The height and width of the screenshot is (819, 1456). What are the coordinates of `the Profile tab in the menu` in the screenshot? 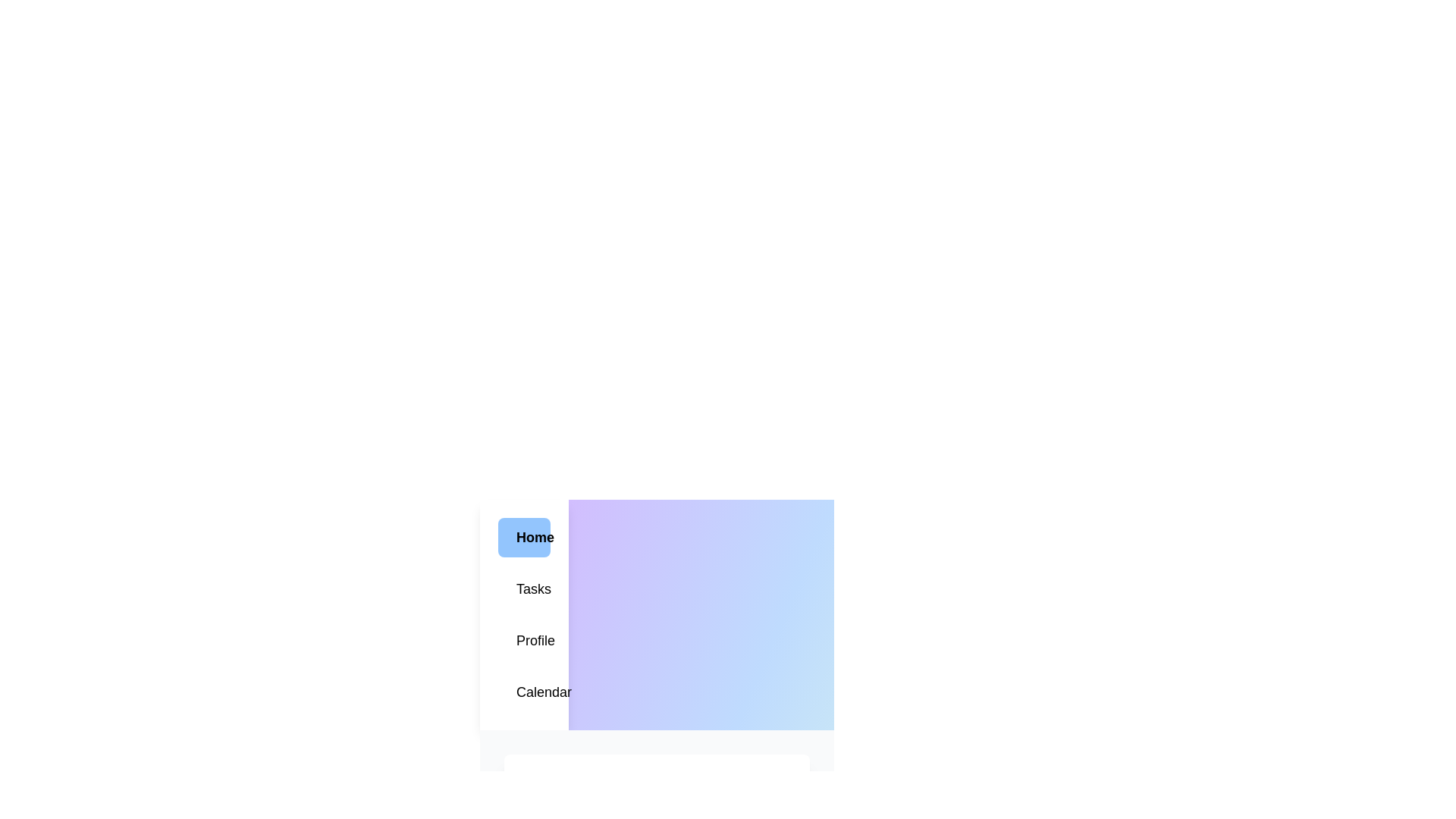 It's located at (524, 640).